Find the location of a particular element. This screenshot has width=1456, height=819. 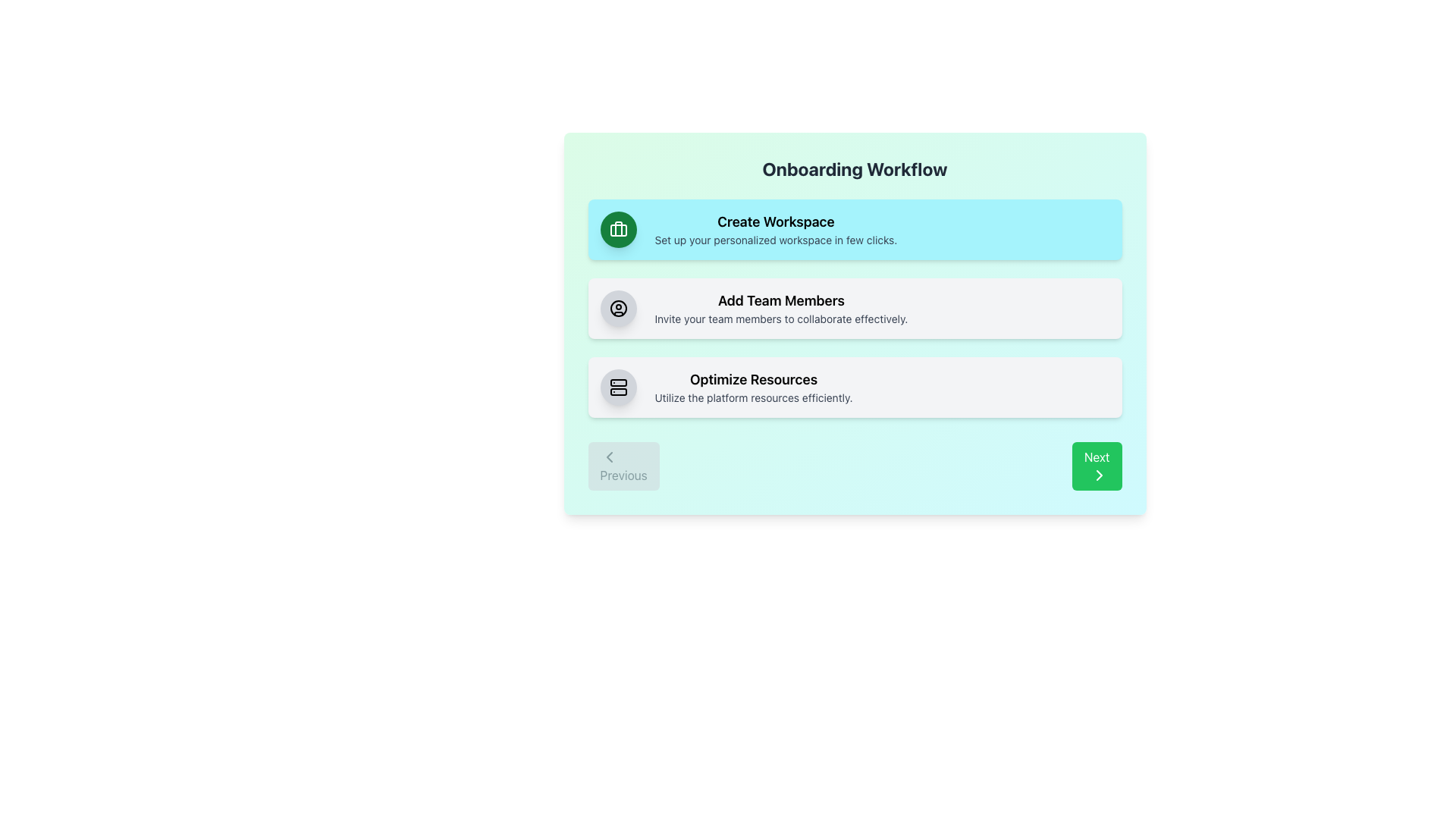

the informational card explaining the 'Optimize Resources' feature in the onboarding workflow, which is the third item in a vertical list of options is located at coordinates (855, 386).